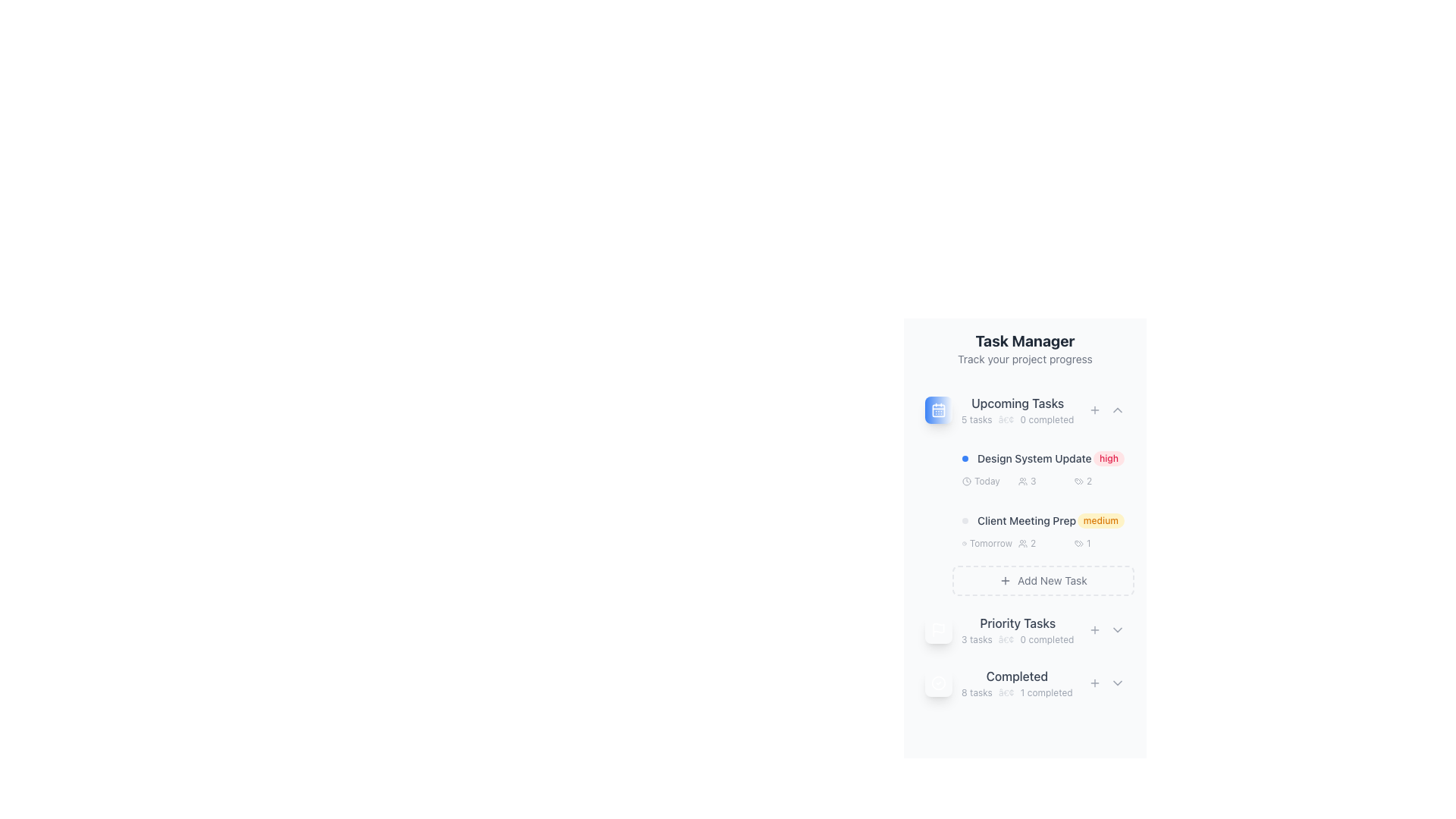  Describe the element at coordinates (1027, 458) in the screenshot. I see `the 'Design System Update' text label located in the upper area of the right-hand panel under the 'Upcoming Tasks' section, which is styled in a medium font weight and gray color` at that location.